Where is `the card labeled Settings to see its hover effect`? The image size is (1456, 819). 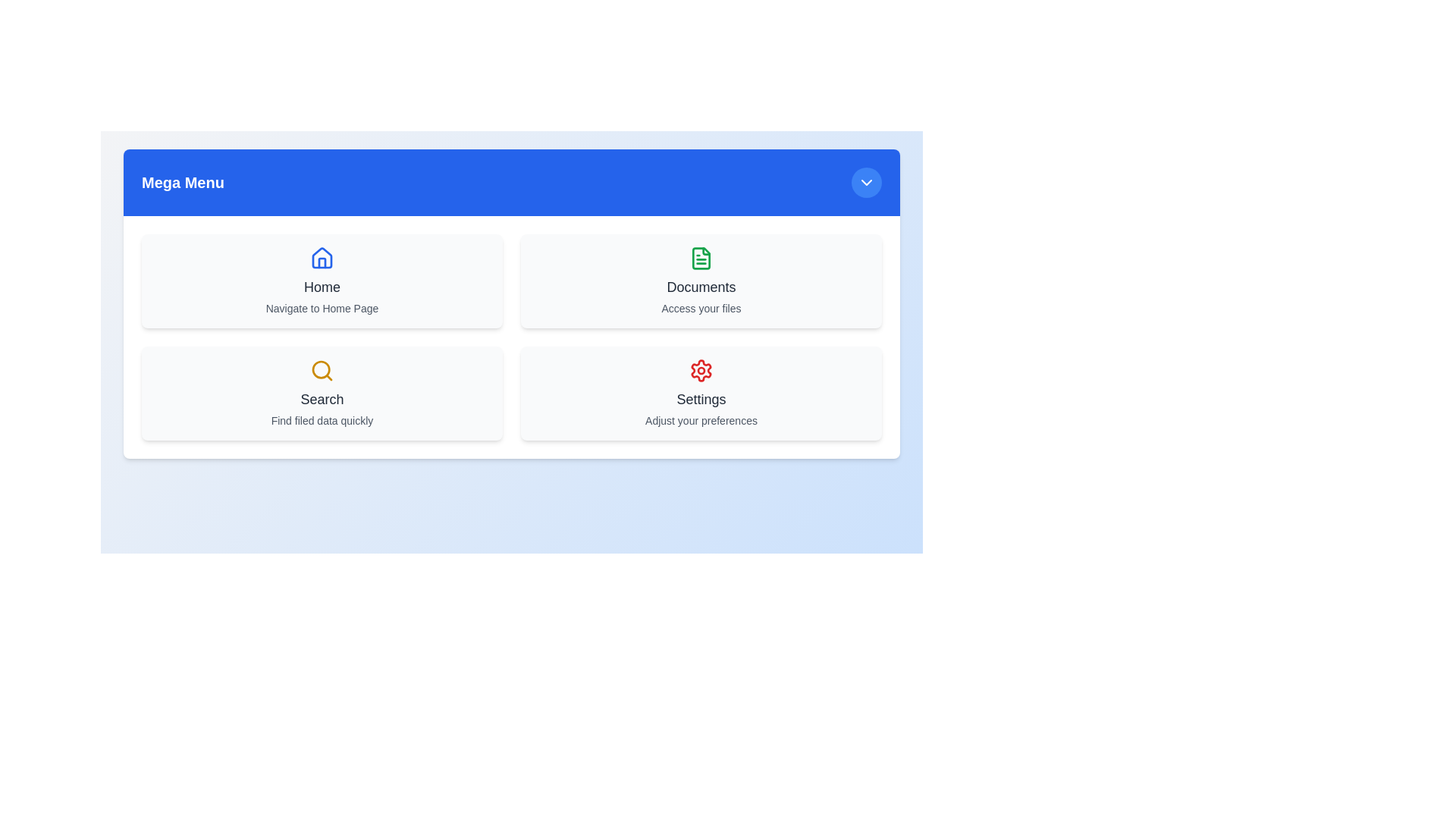 the card labeled Settings to see its hover effect is located at coordinates (701, 393).